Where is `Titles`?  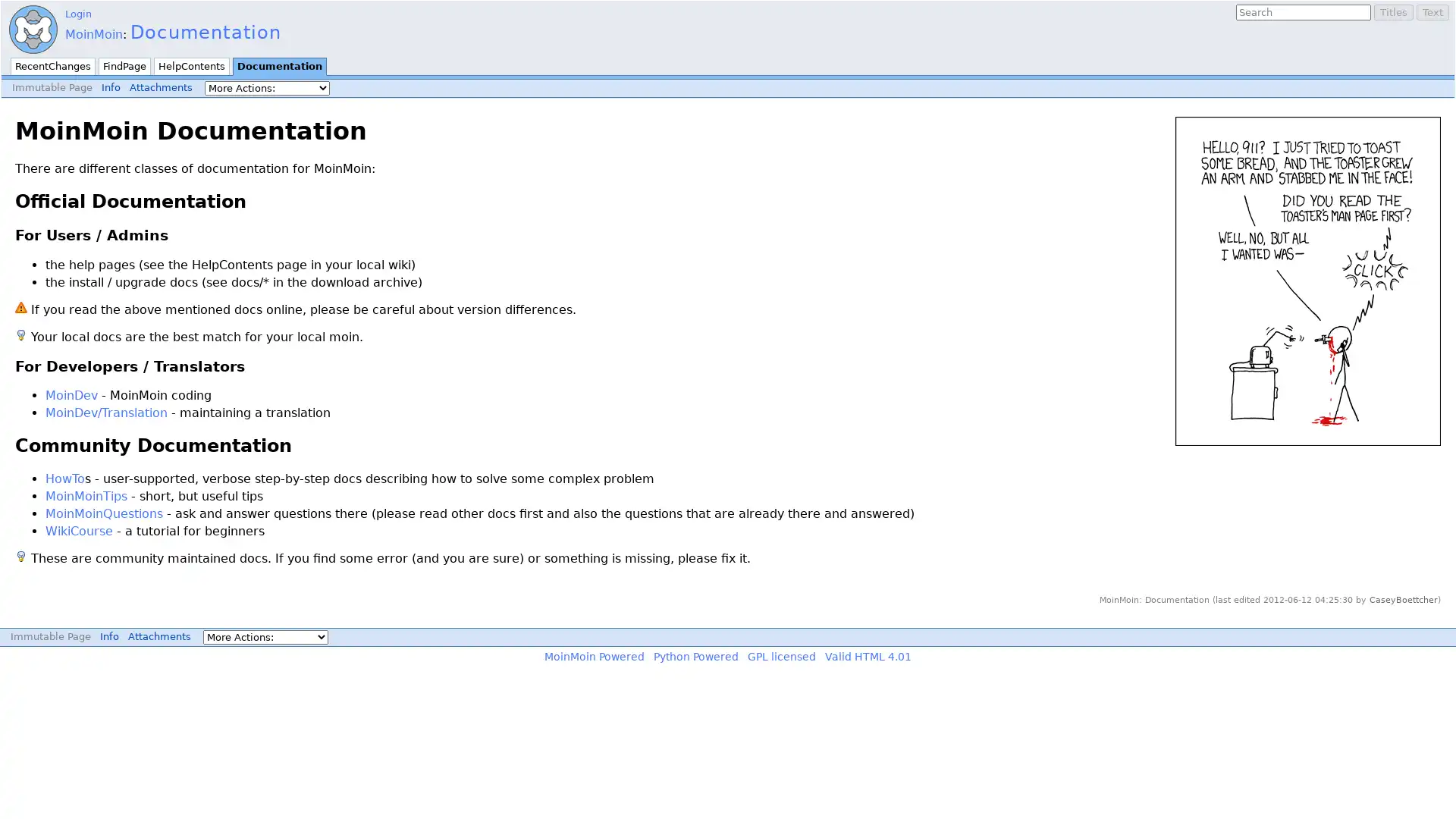
Titles is located at coordinates (1394, 12).